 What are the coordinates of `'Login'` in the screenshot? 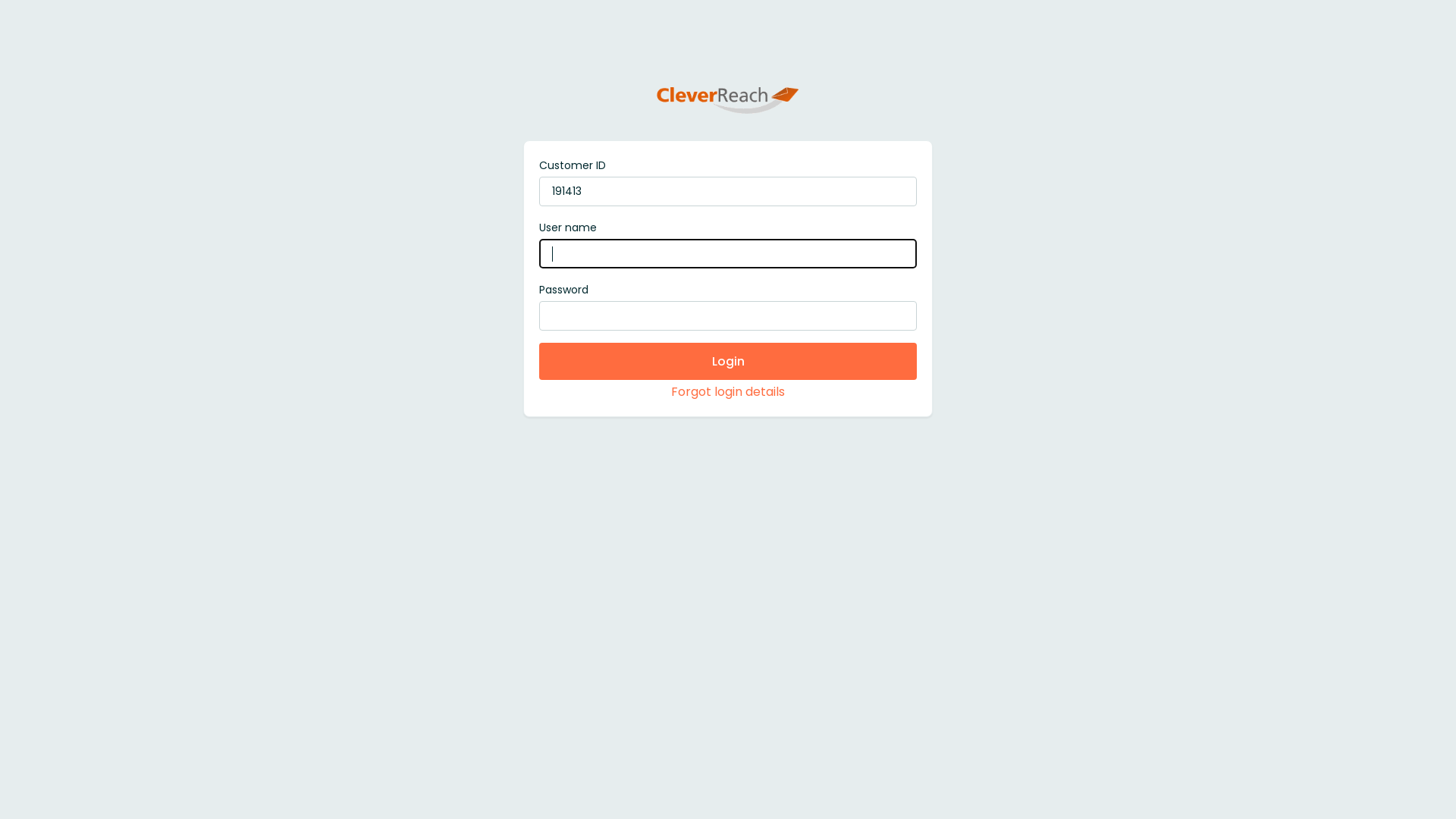 It's located at (728, 360).